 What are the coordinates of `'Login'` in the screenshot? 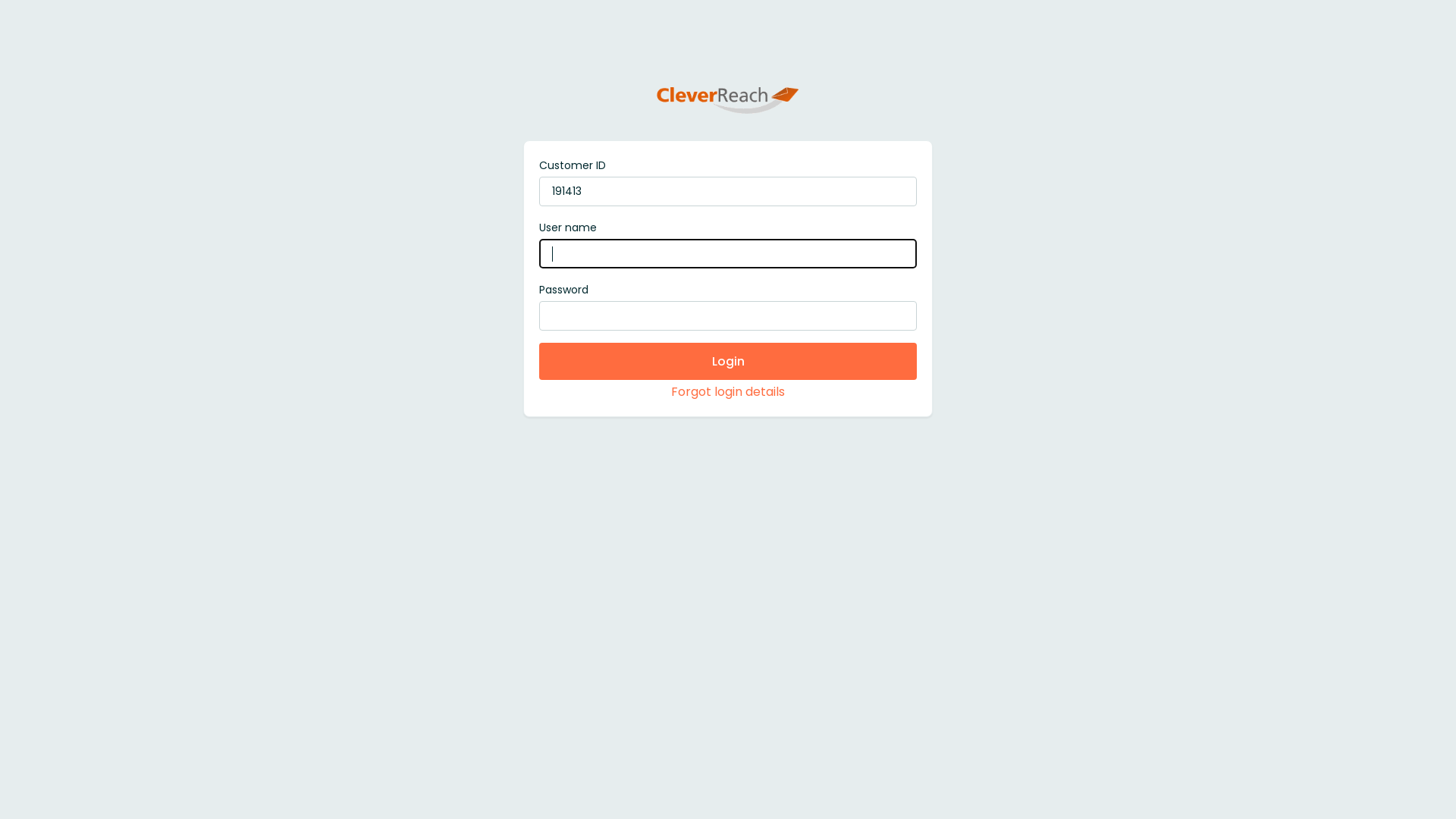 It's located at (728, 360).